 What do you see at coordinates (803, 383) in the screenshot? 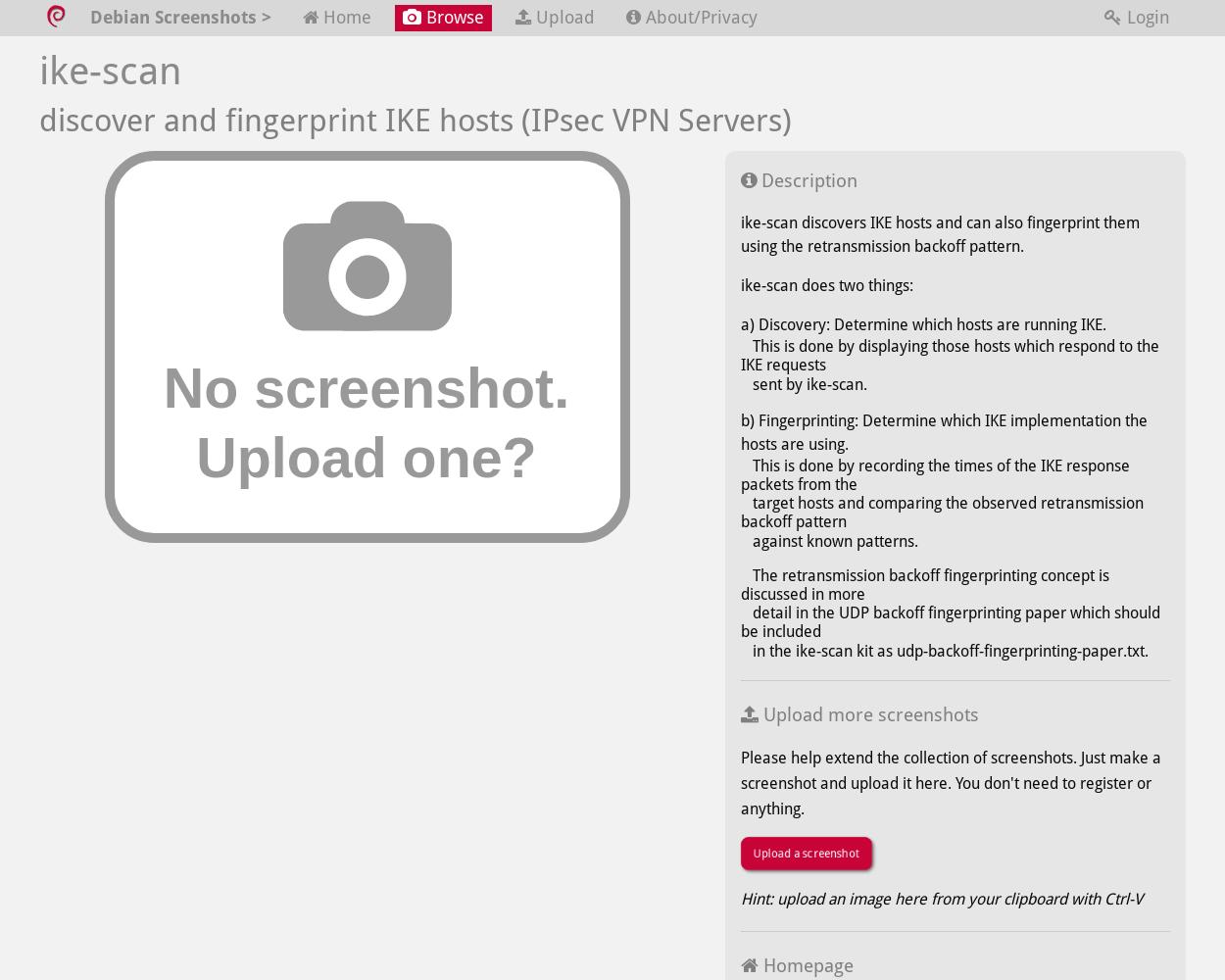
I see `'sent by ike-scan.'` at bounding box center [803, 383].